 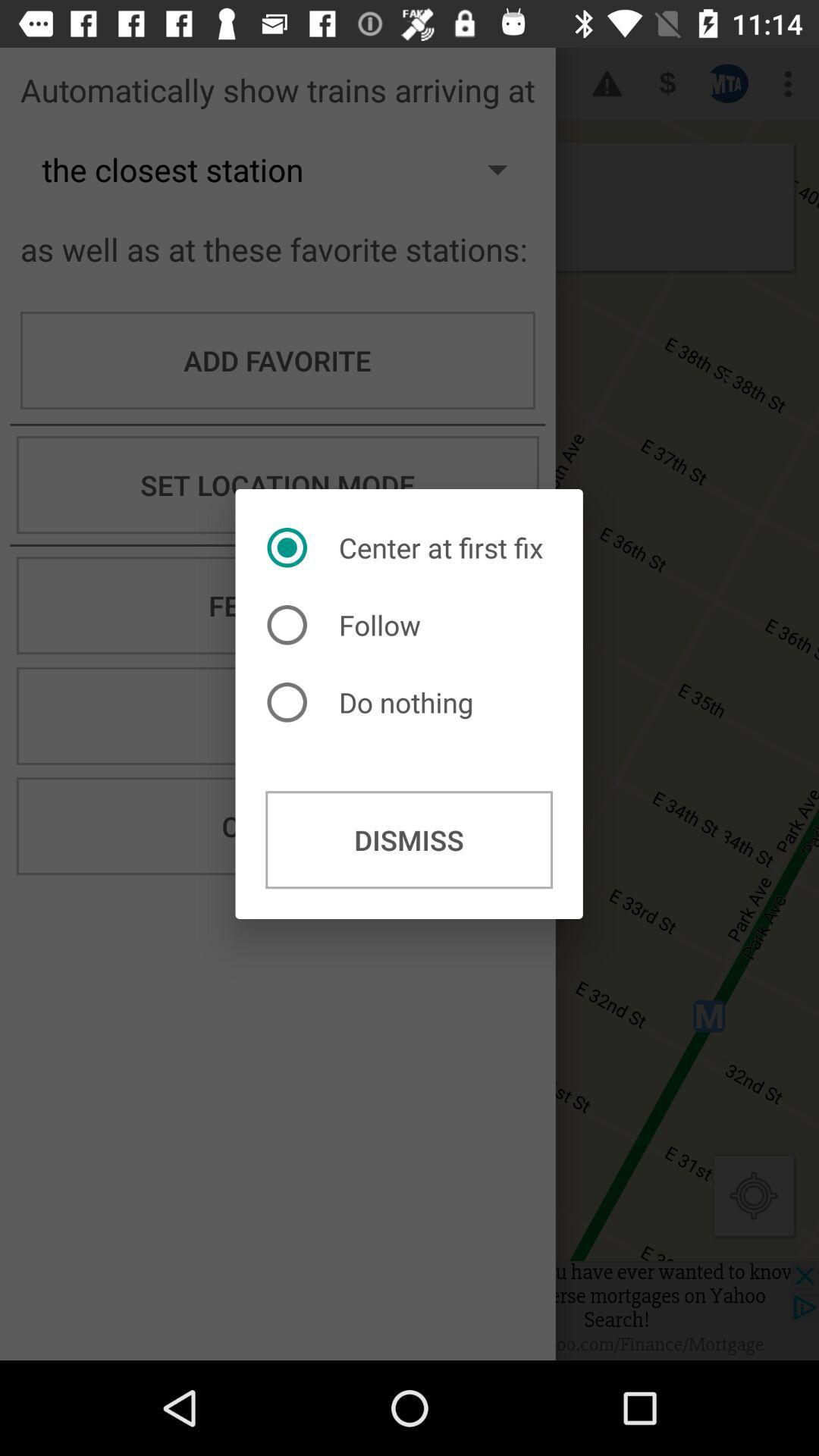 What do you see at coordinates (408, 839) in the screenshot?
I see `the dismiss` at bounding box center [408, 839].